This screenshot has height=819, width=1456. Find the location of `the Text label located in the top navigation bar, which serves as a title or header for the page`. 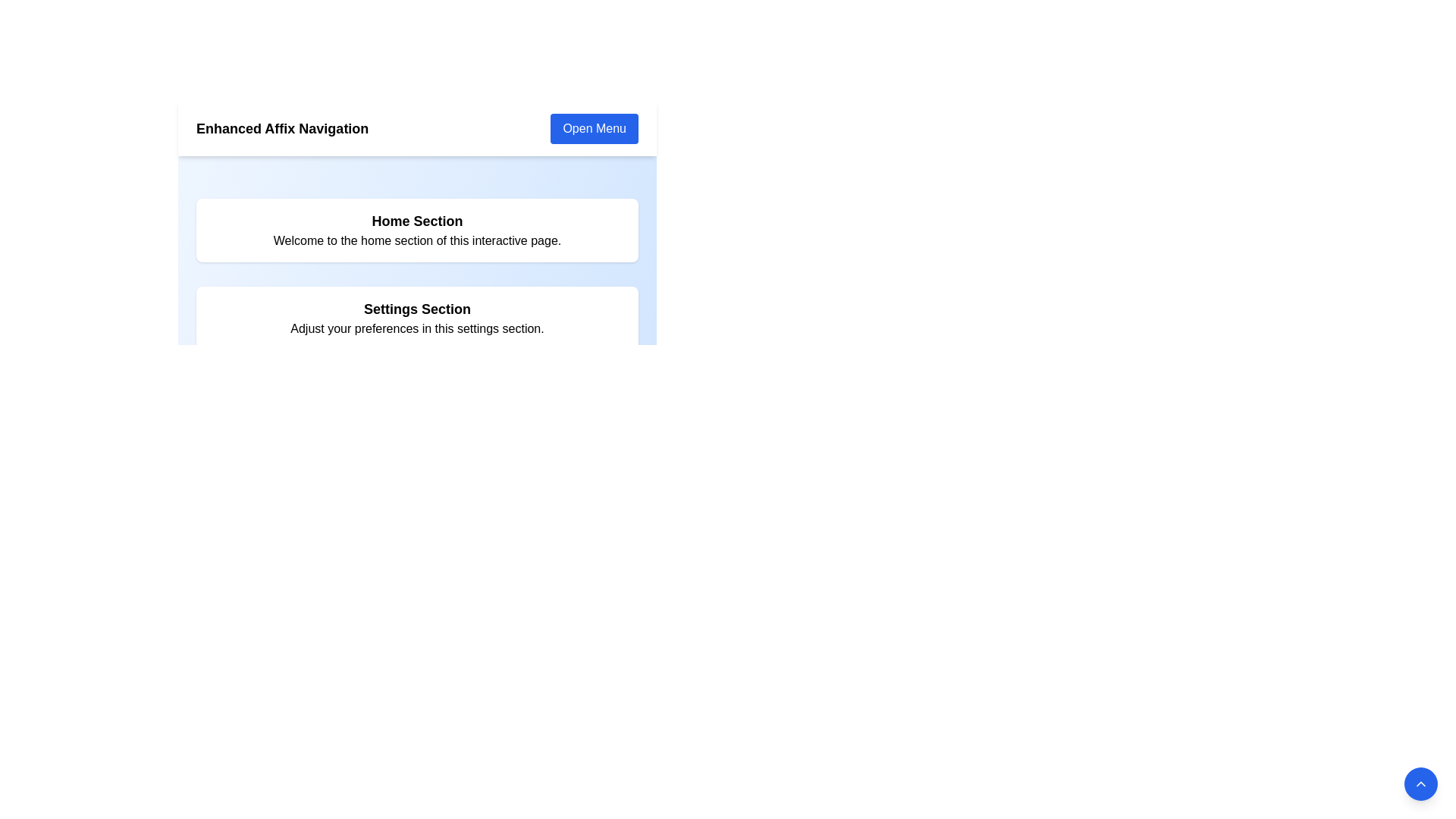

the Text label located in the top navigation bar, which serves as a title or header for the page is located at coordinates (282, 127).